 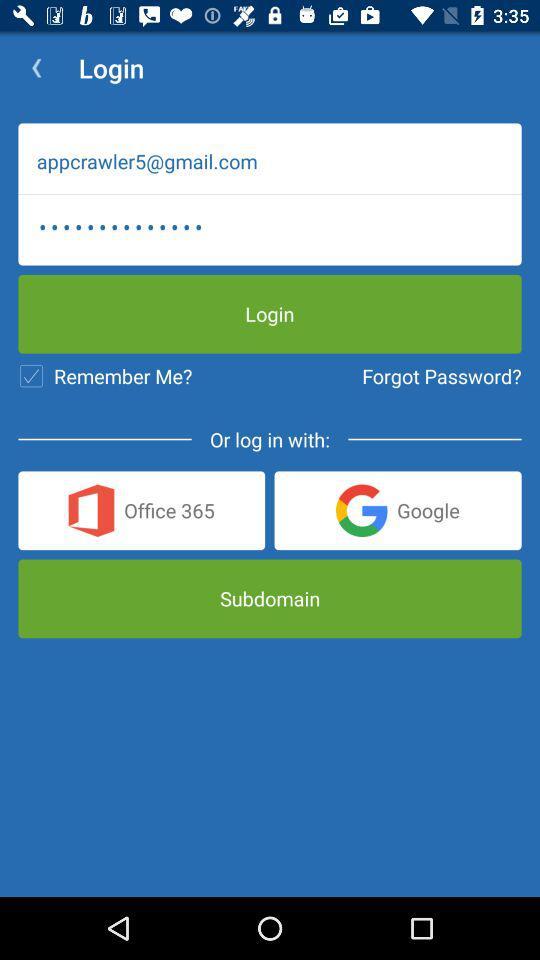 What do you see at coordinates (441, 375) in the screenshot?
I see `item next to remember me? item` at bounding box center [441, 375].